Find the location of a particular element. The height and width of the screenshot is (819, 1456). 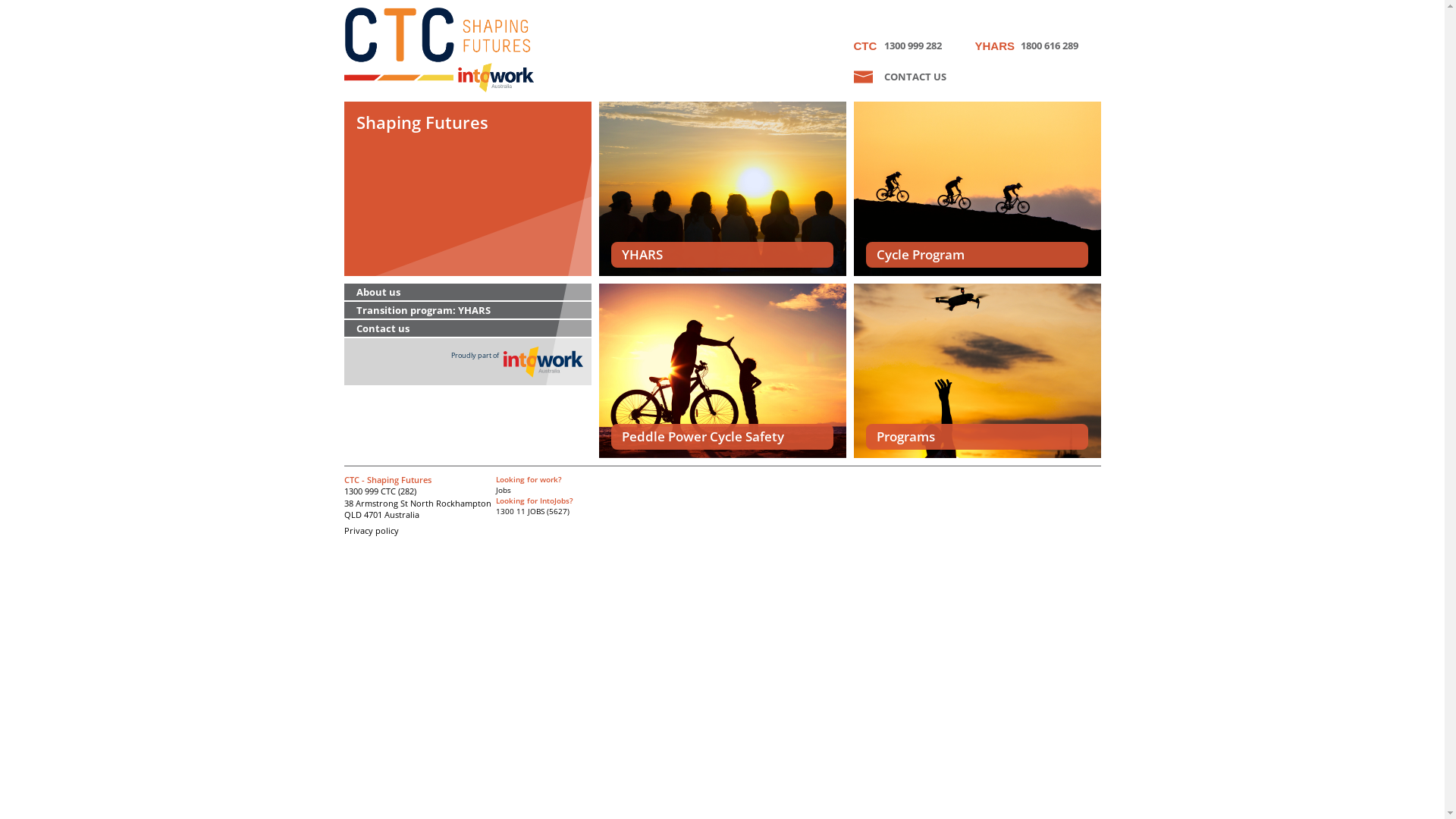

'1300 999 CTC (282)' is located at coordinates (380, 491).